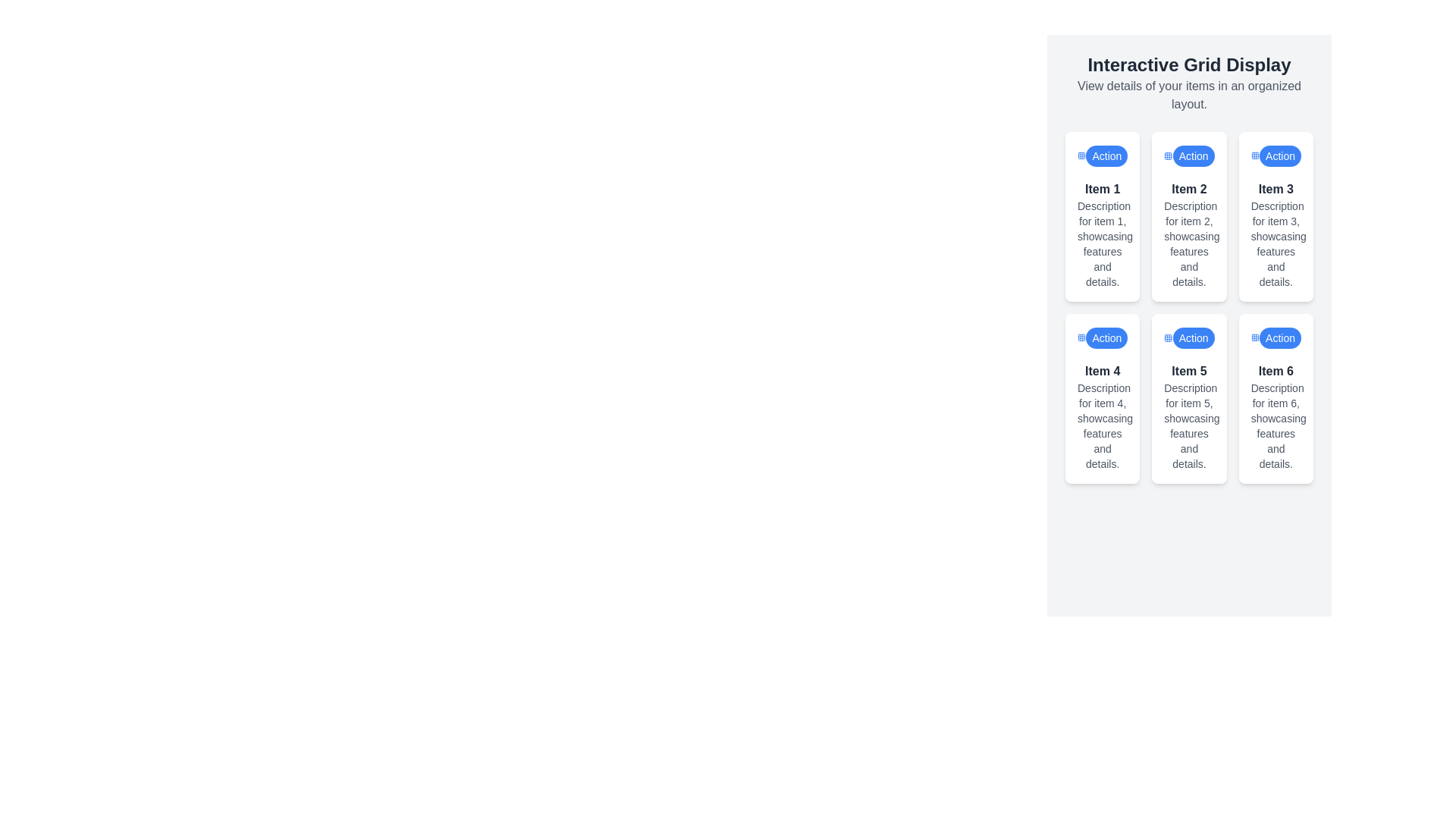 The height and width of the screenshot is (819, 1456). I want to click on the small gray text block stating 'Description for item 3, showcasing features and details.' located below the bold header 'Item 3' in the third column of the interface, so click(1275, 243).